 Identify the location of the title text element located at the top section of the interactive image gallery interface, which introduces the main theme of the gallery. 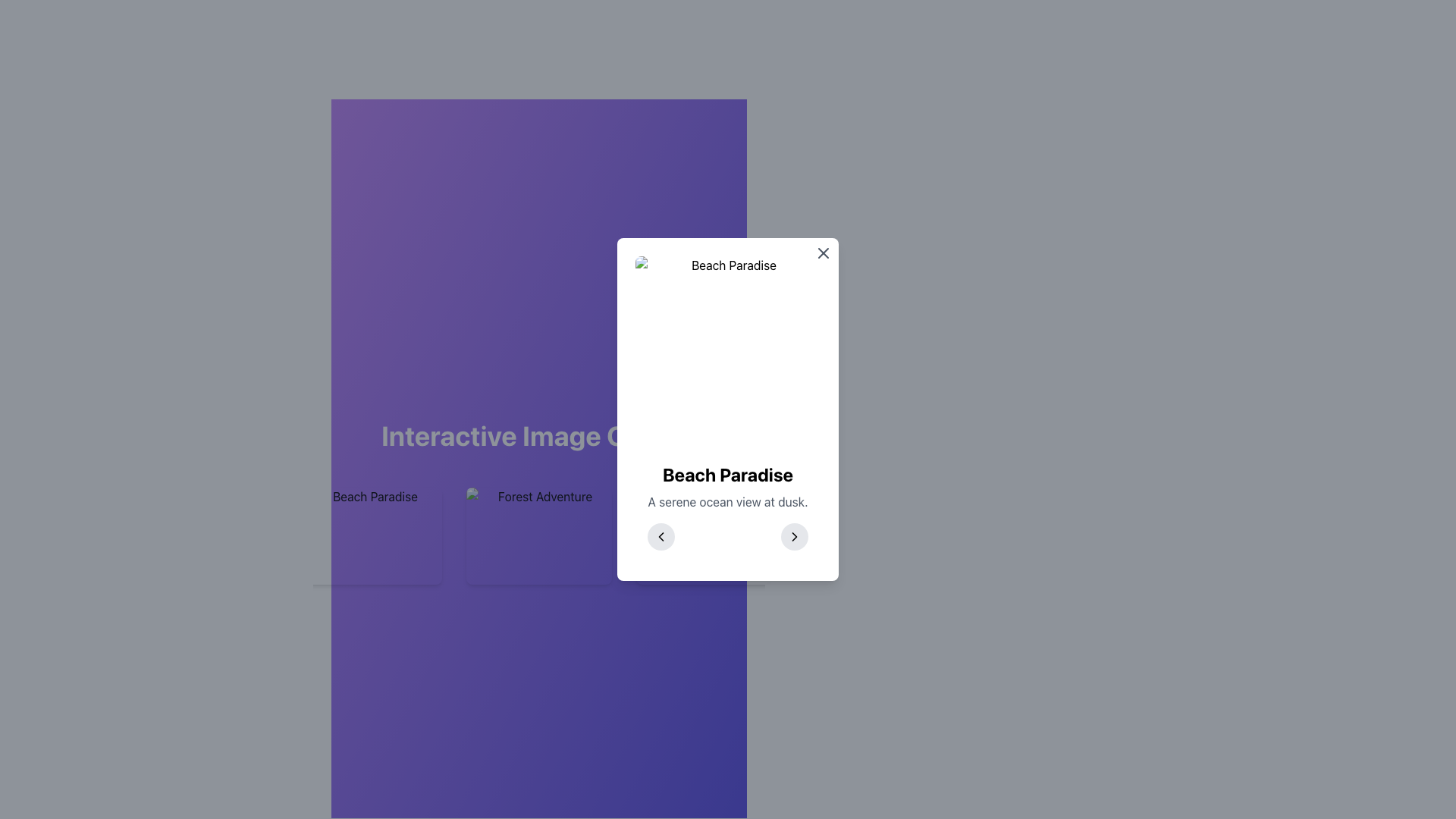
(538, 435).